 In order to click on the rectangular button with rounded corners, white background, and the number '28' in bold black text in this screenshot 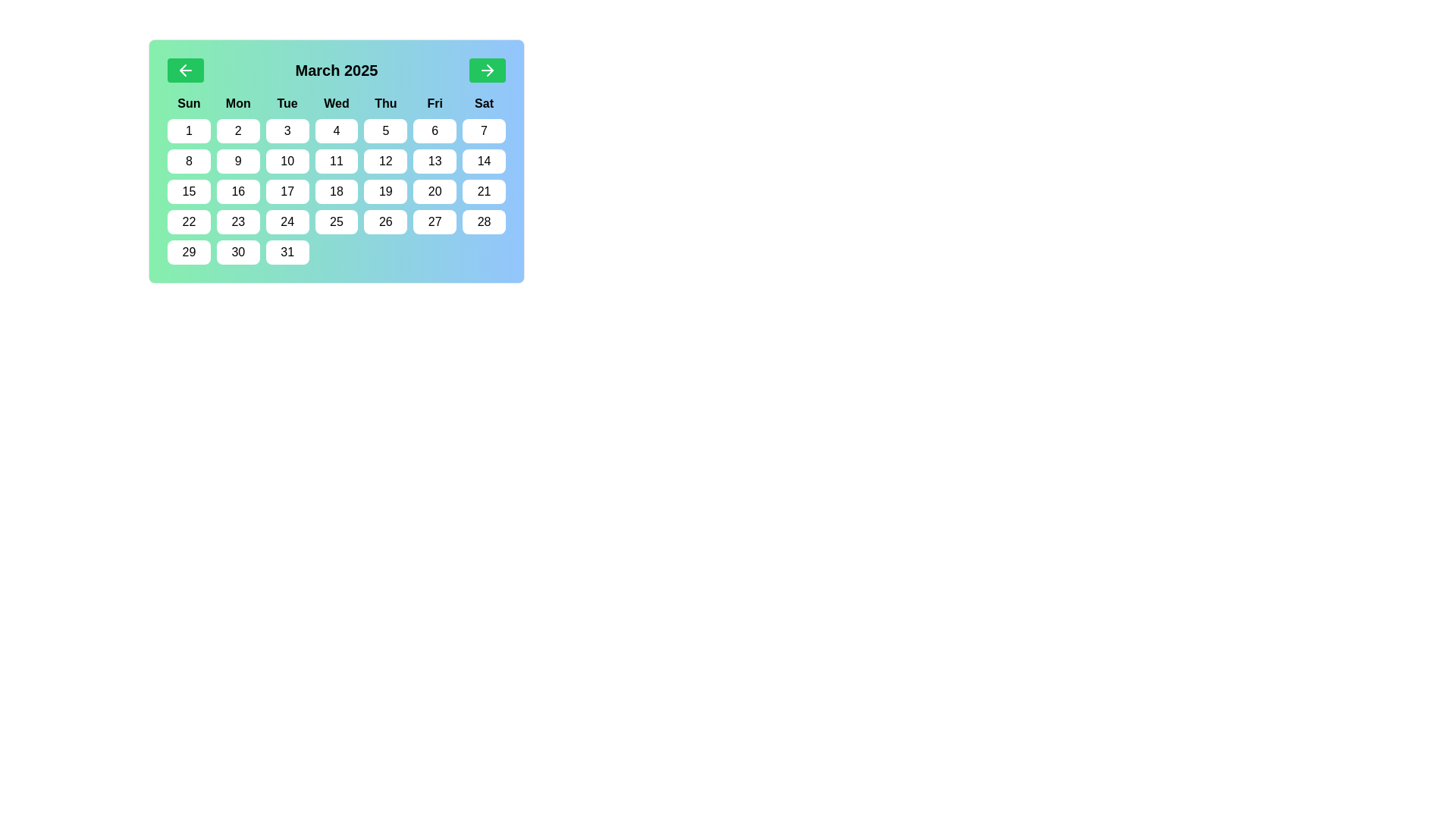, I will do `click(483, 222)`.